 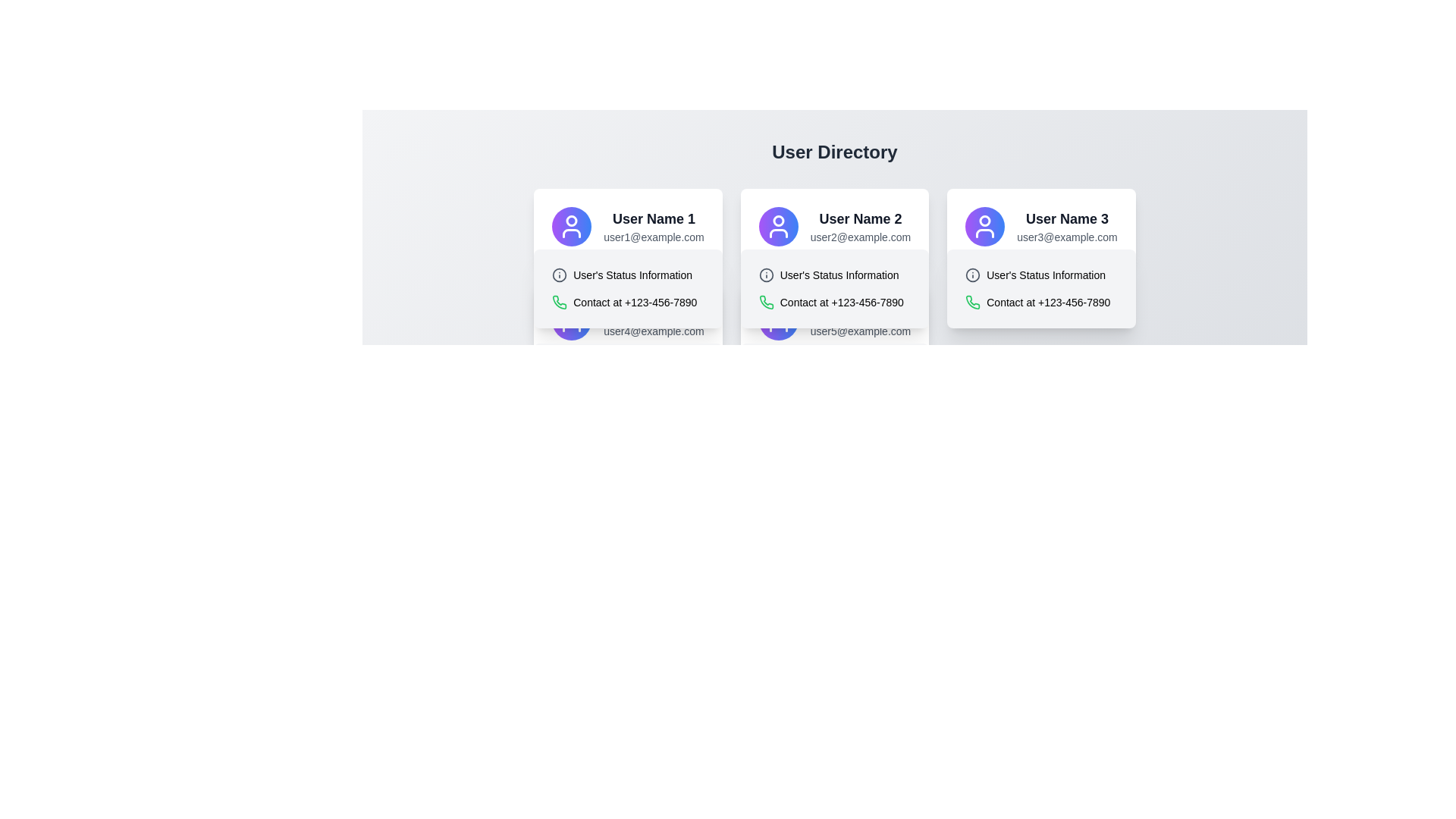 What do you see at coordinates (635, 302) in the screenshot?
I see `the contact information text label that displays the phone number located in the middle card of a three-card layout, positioned to the right of the icon, for copying` at bounding box center [635, 302].